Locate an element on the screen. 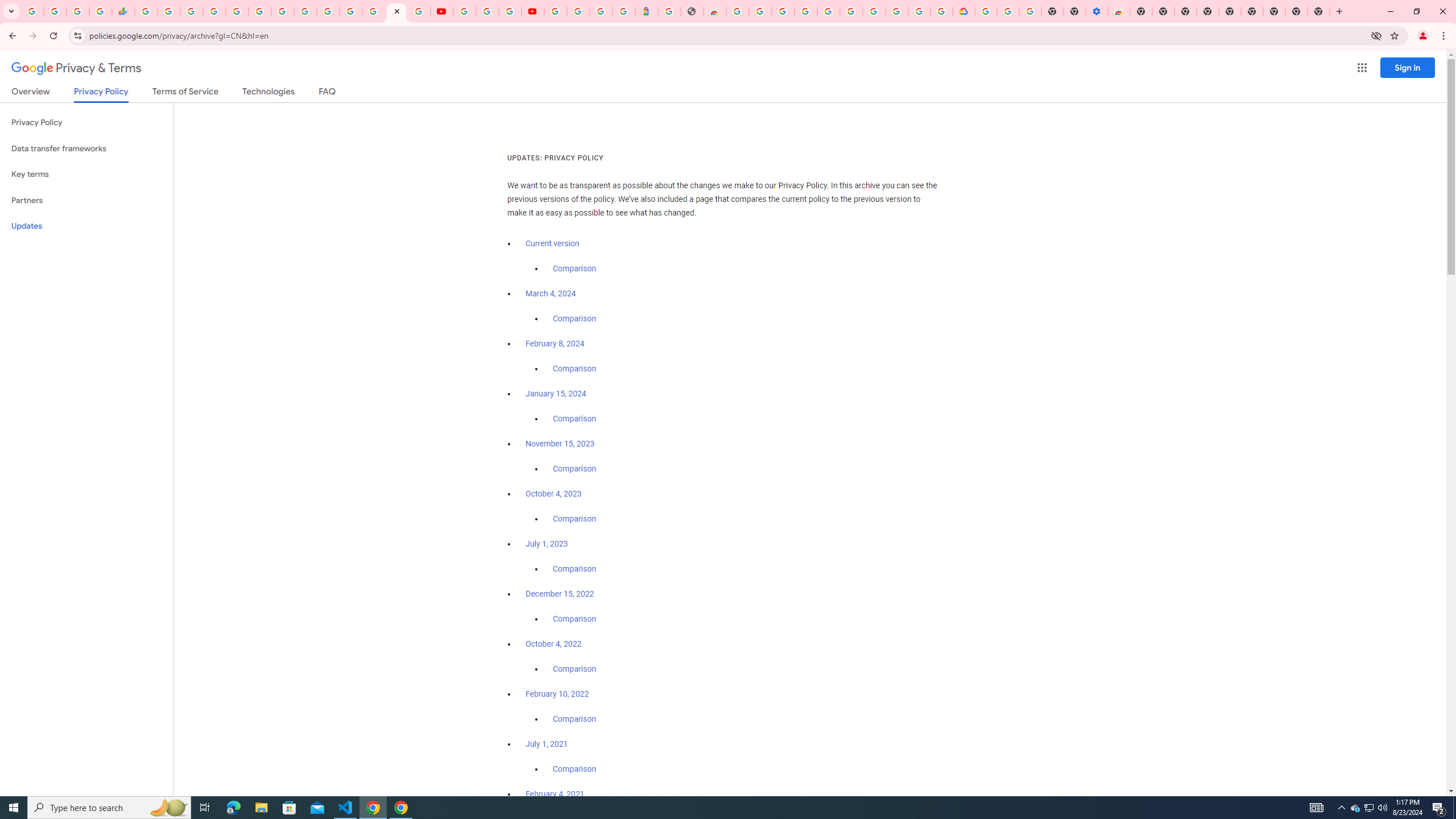  'Chrome Web Store - Accessibility extensions' is located at coordinates (1118, 11).